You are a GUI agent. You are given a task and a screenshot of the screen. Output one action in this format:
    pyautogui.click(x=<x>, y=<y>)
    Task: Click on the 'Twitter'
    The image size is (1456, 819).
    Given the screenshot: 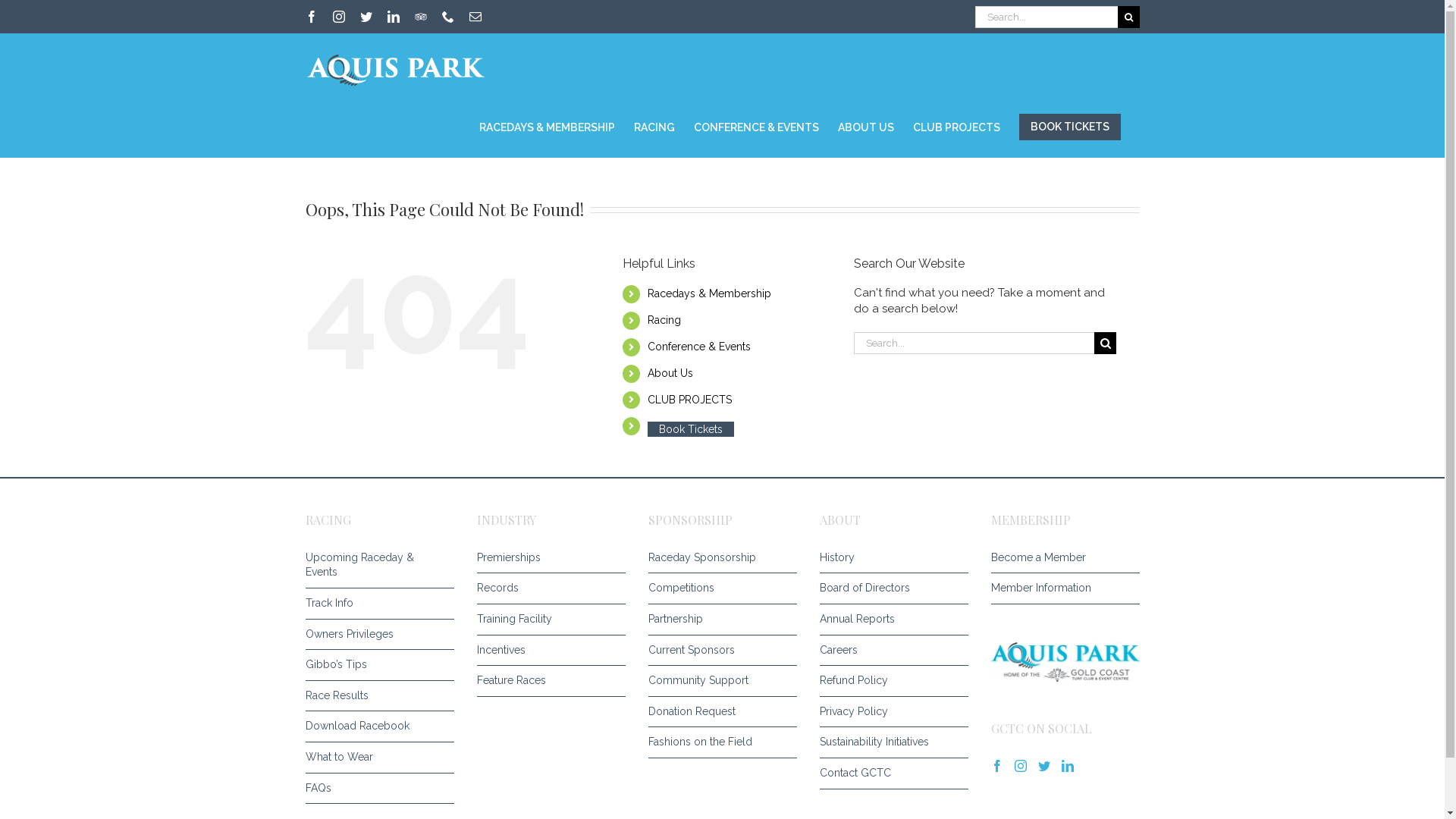 What is the action you would take?
    pyautogui.click(x=365, y=17)
    